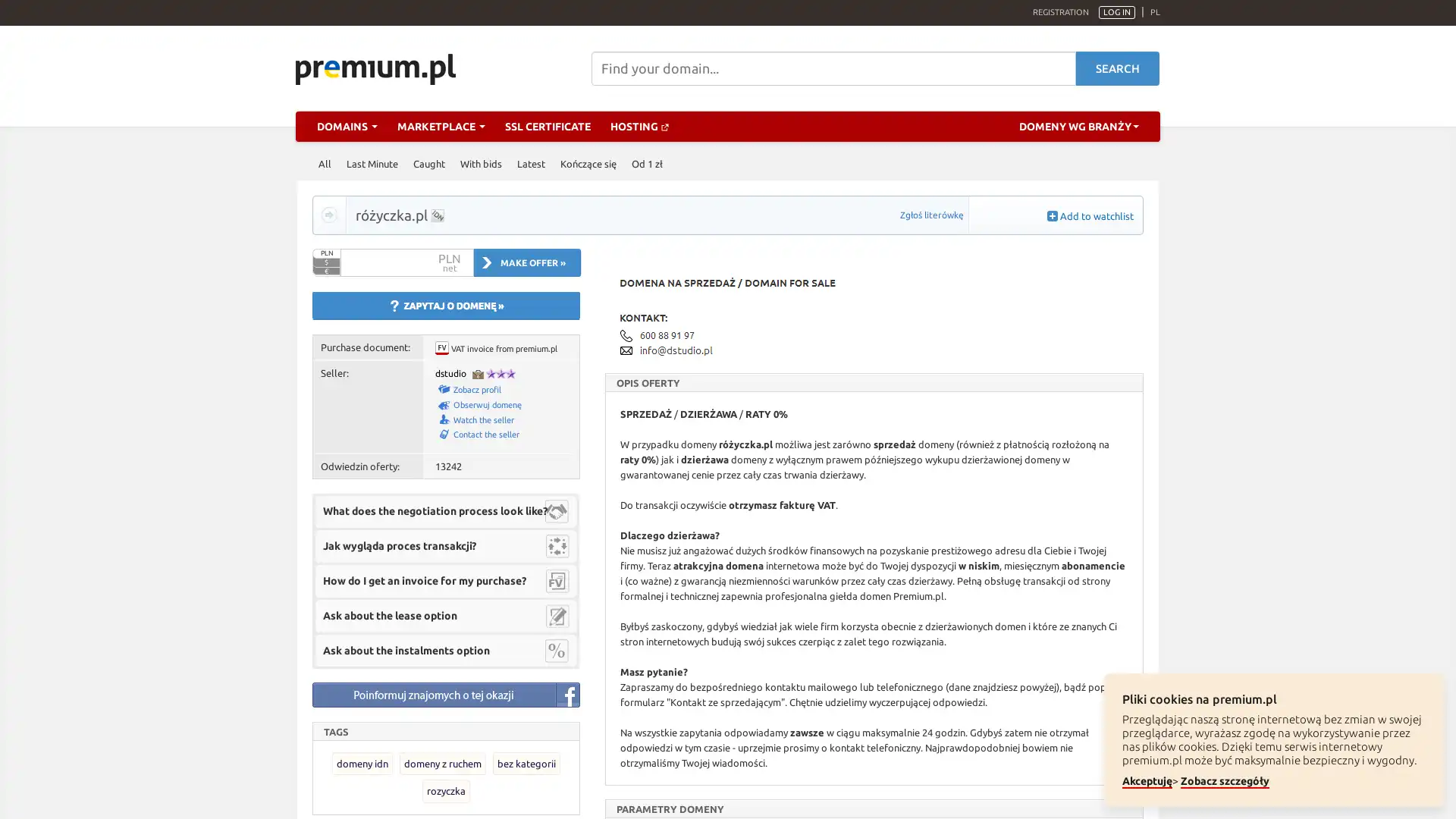 The image size is (1456, 819). What do you see at coordinates (528, 262) in the screenshot?
I see `Make offer` at bounding box center [528, 262].